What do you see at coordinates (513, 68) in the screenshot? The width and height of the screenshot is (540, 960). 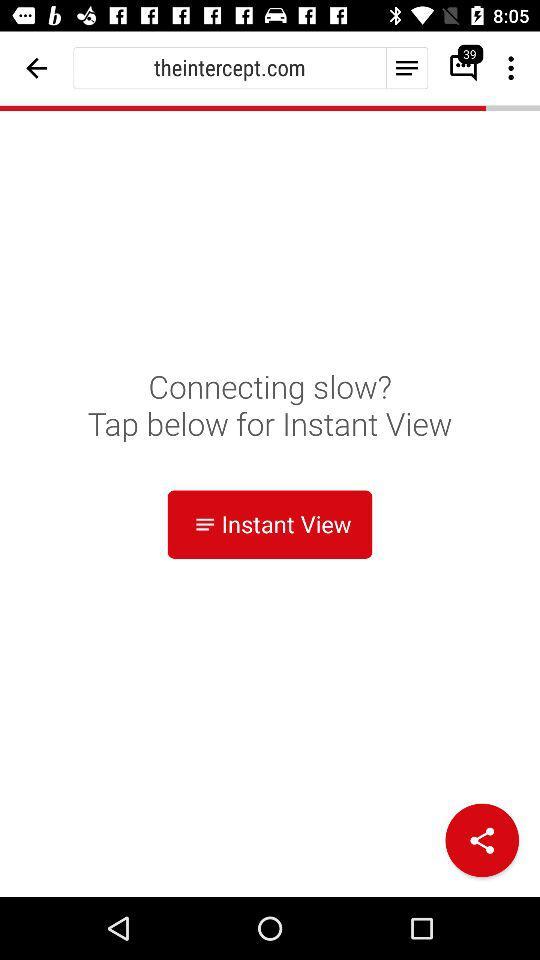 I see `the icon which is right to the message icon` at bounding box center [513, 68].